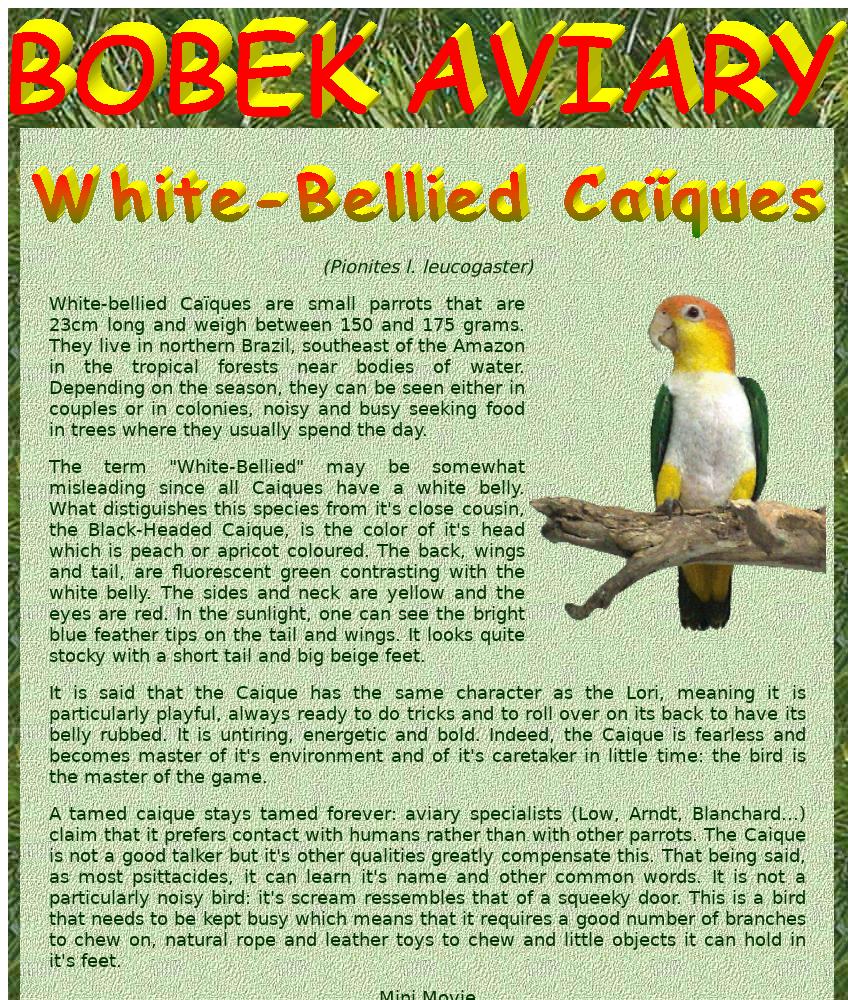  I want to click on '.', so click(703, 876).